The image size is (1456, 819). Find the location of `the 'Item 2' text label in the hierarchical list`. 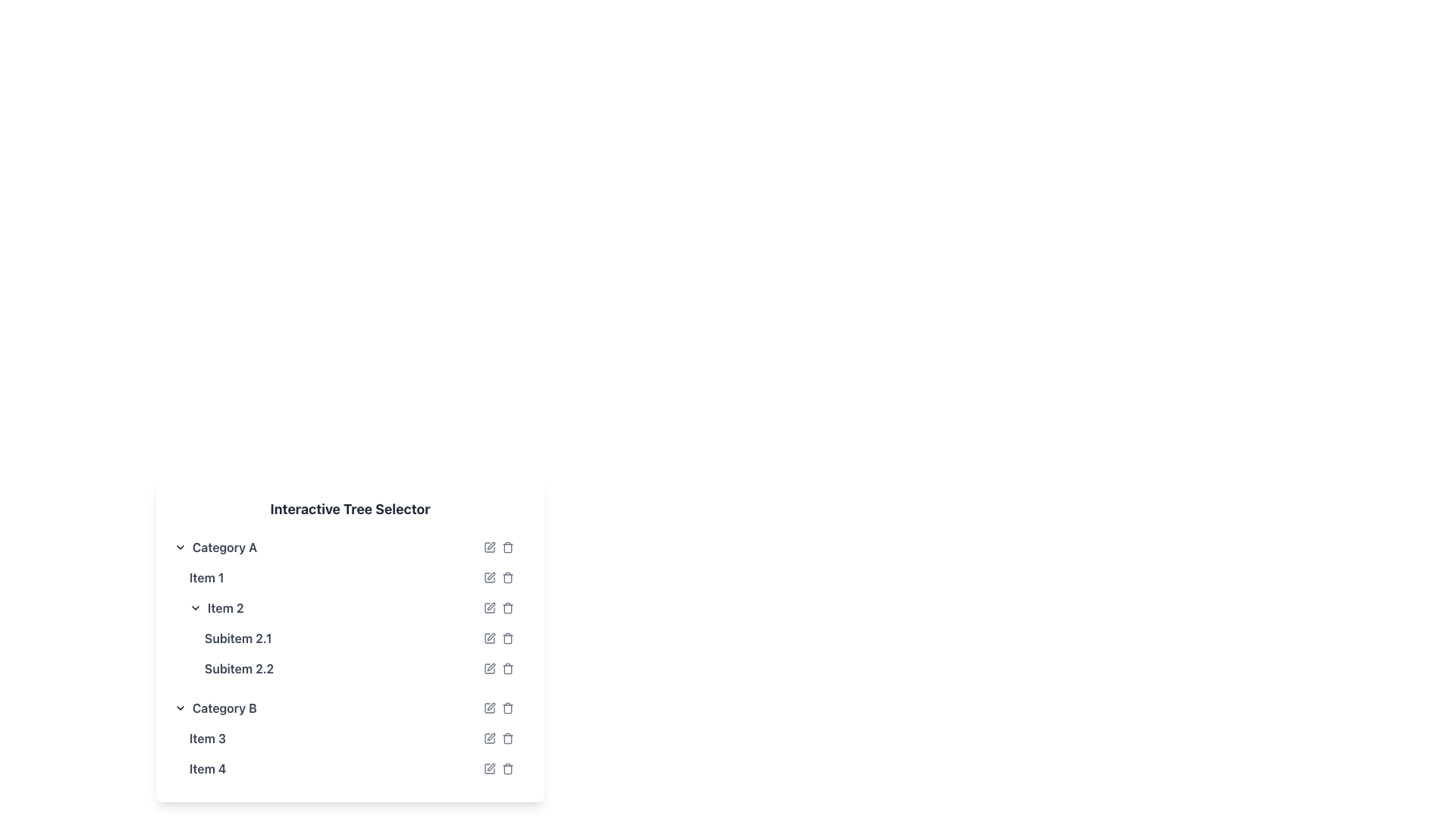

the 'Item 2' text label in the hierarchical list is located at coordinates (215, 607).